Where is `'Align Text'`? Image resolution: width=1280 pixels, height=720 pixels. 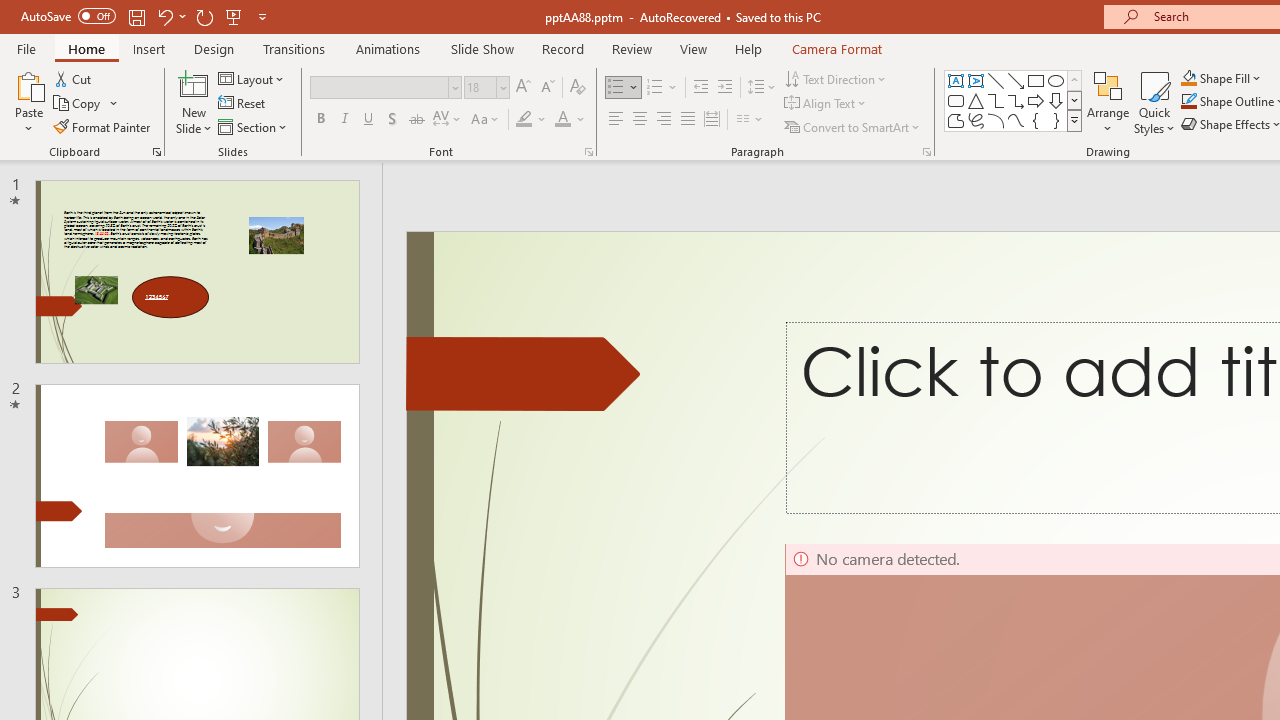
'Align Text' is located at coordinates (826, 103).